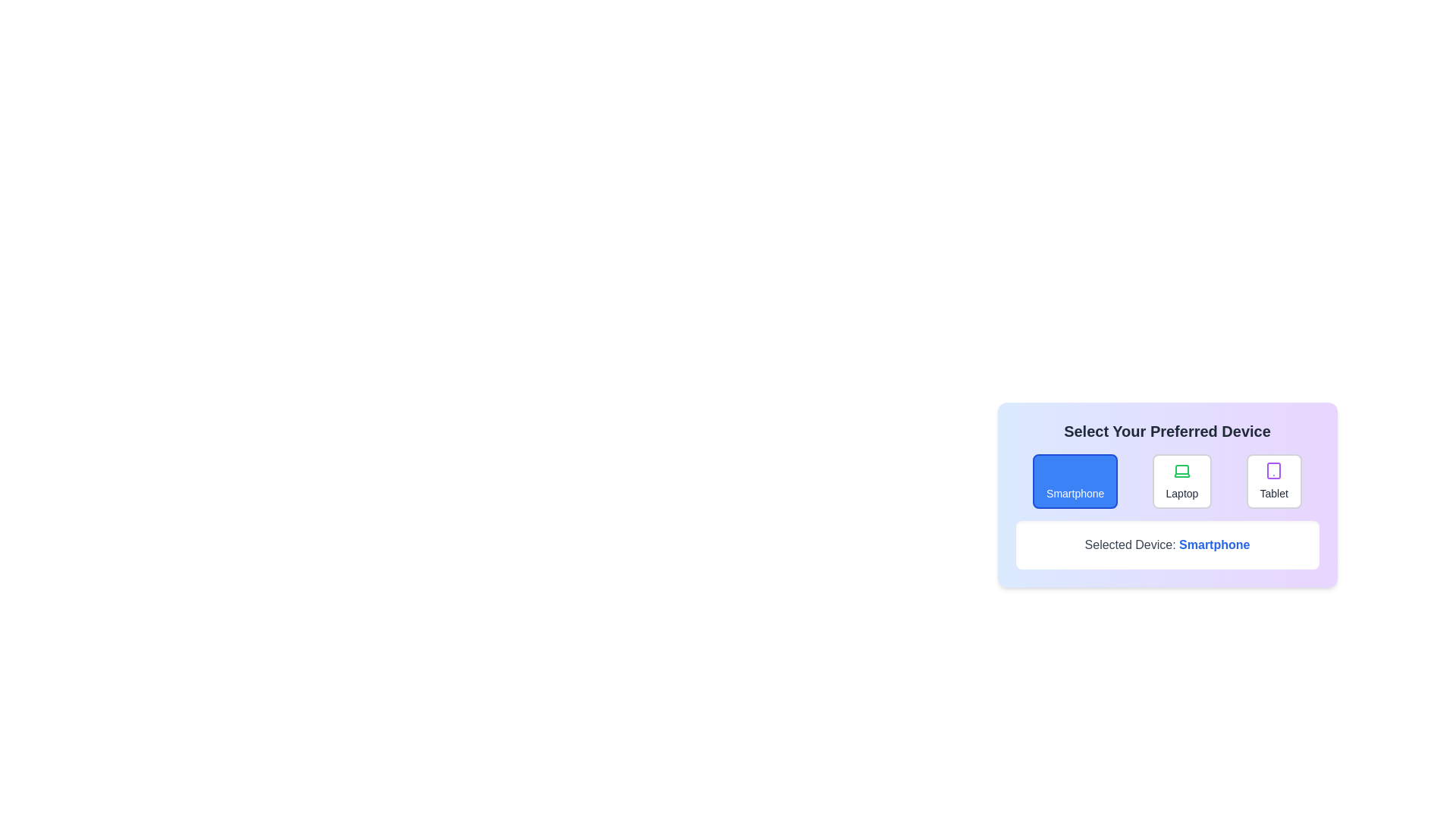  I want to click on the second button labeled 'Laptop' under the heading 'Select Your Preferred Device' to observe any hover effects, so click(1166, 488).